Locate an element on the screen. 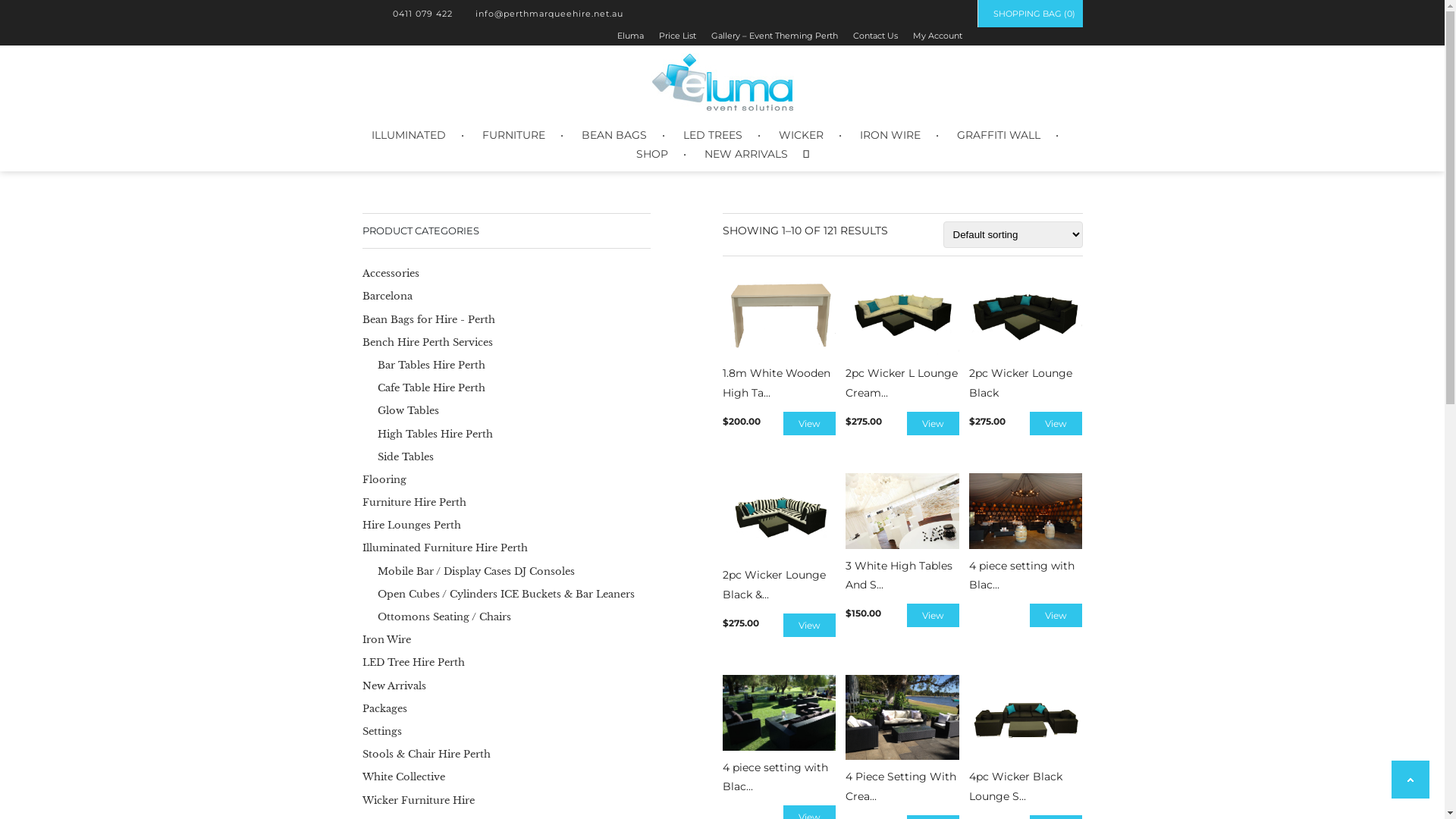 This screenshot has width=1456, height=819. 'Flooring' is located at coordinates (384, 479).